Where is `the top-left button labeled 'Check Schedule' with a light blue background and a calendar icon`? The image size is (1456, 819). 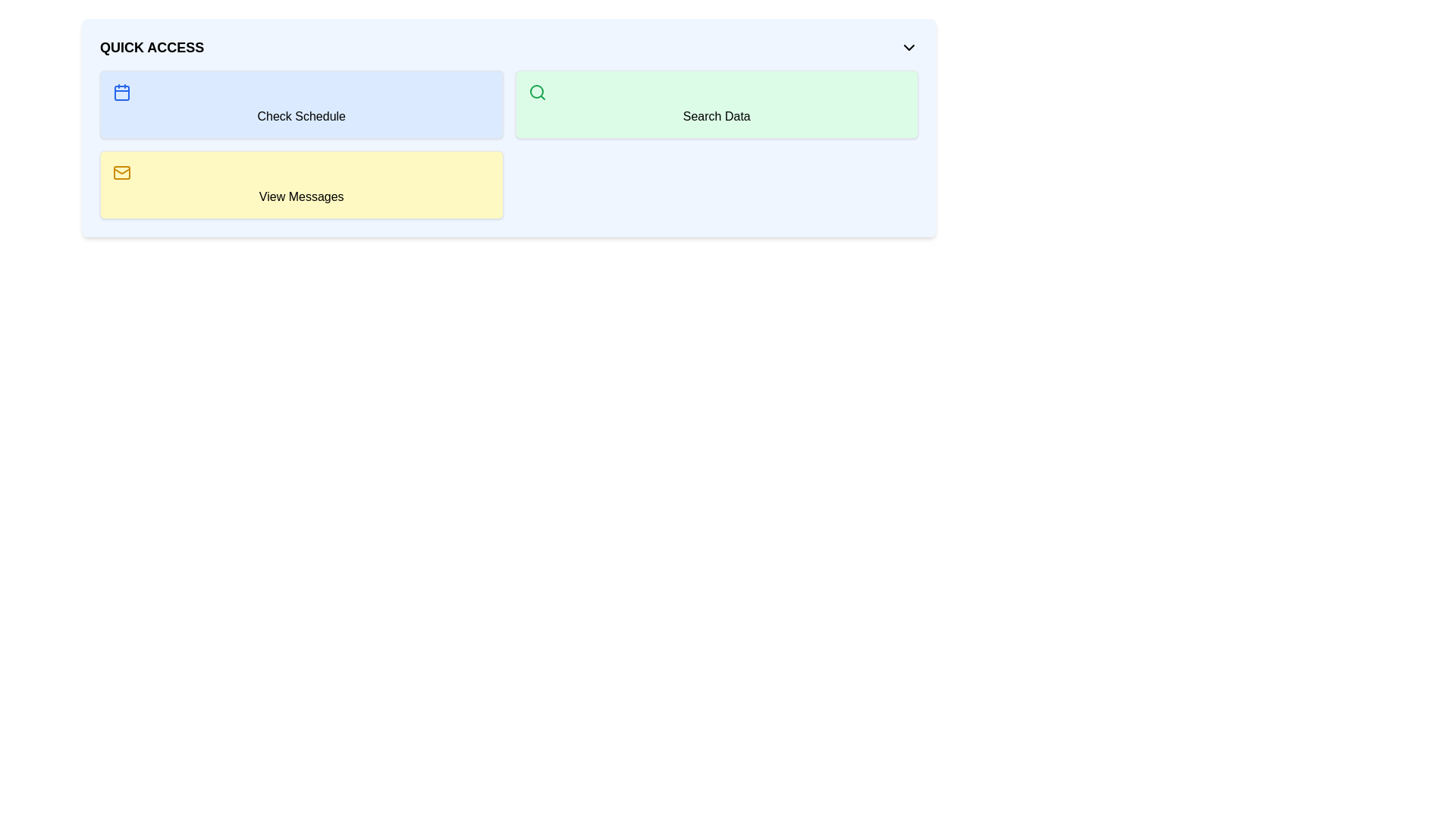
the top-left button labeled 'Check Schedule' with a light blue background and a calendar icon is located at coordinates (301, 104).